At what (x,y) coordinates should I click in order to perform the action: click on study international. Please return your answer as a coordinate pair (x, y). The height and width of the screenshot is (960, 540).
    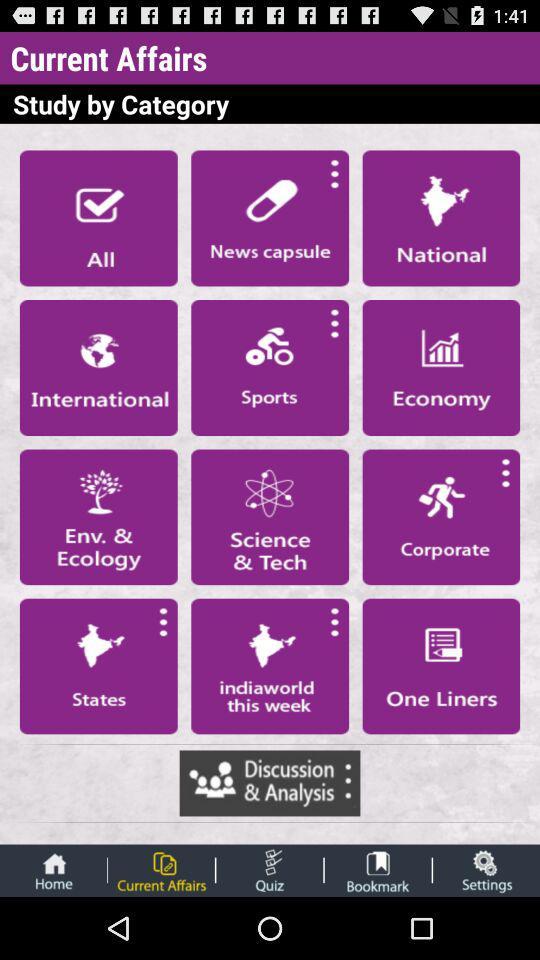
    Looking at the image, I should click on (97, 366).